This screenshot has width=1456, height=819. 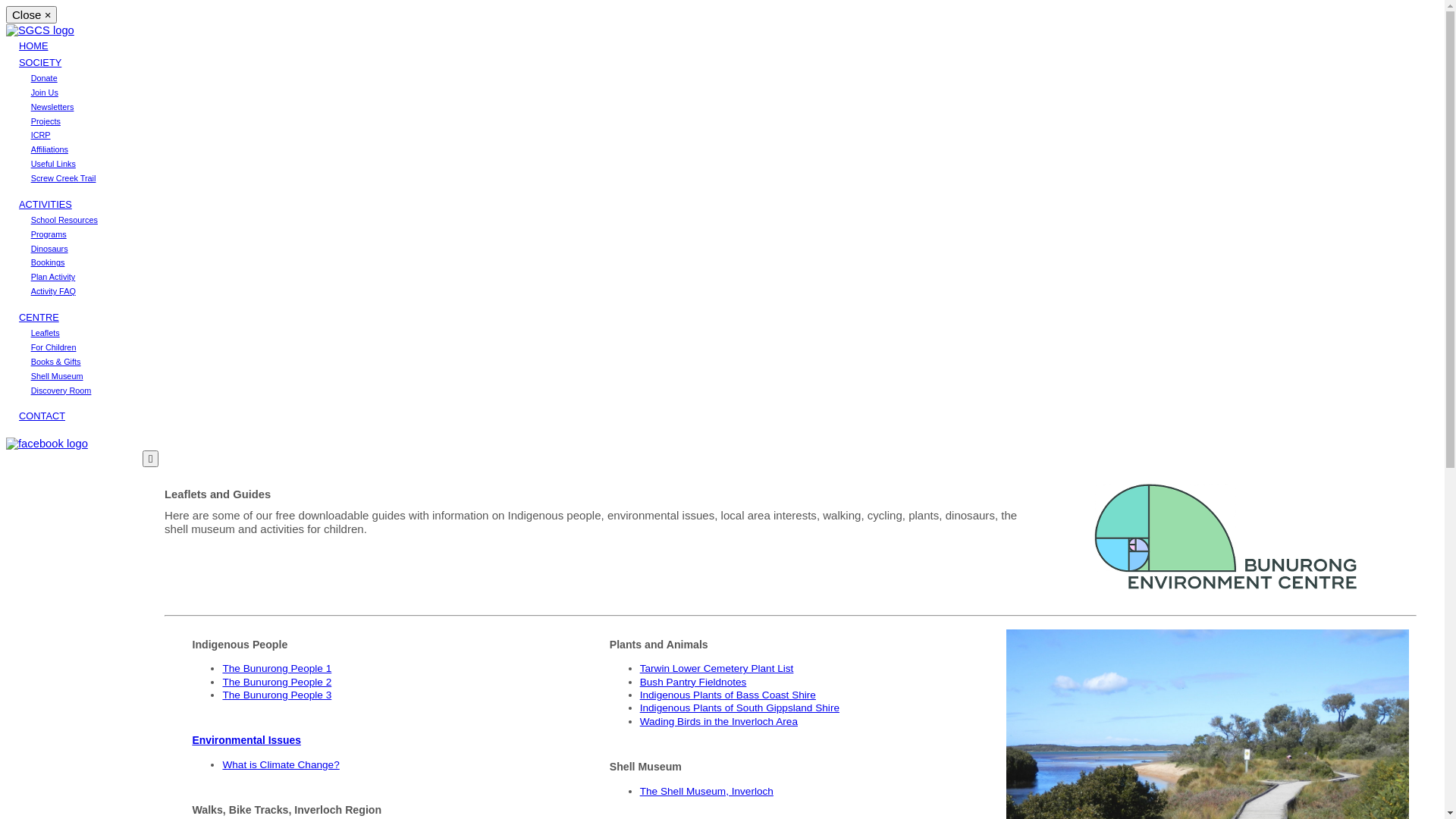 I want to click on 'The Bunurong People 2', so click(x=221, y=681).